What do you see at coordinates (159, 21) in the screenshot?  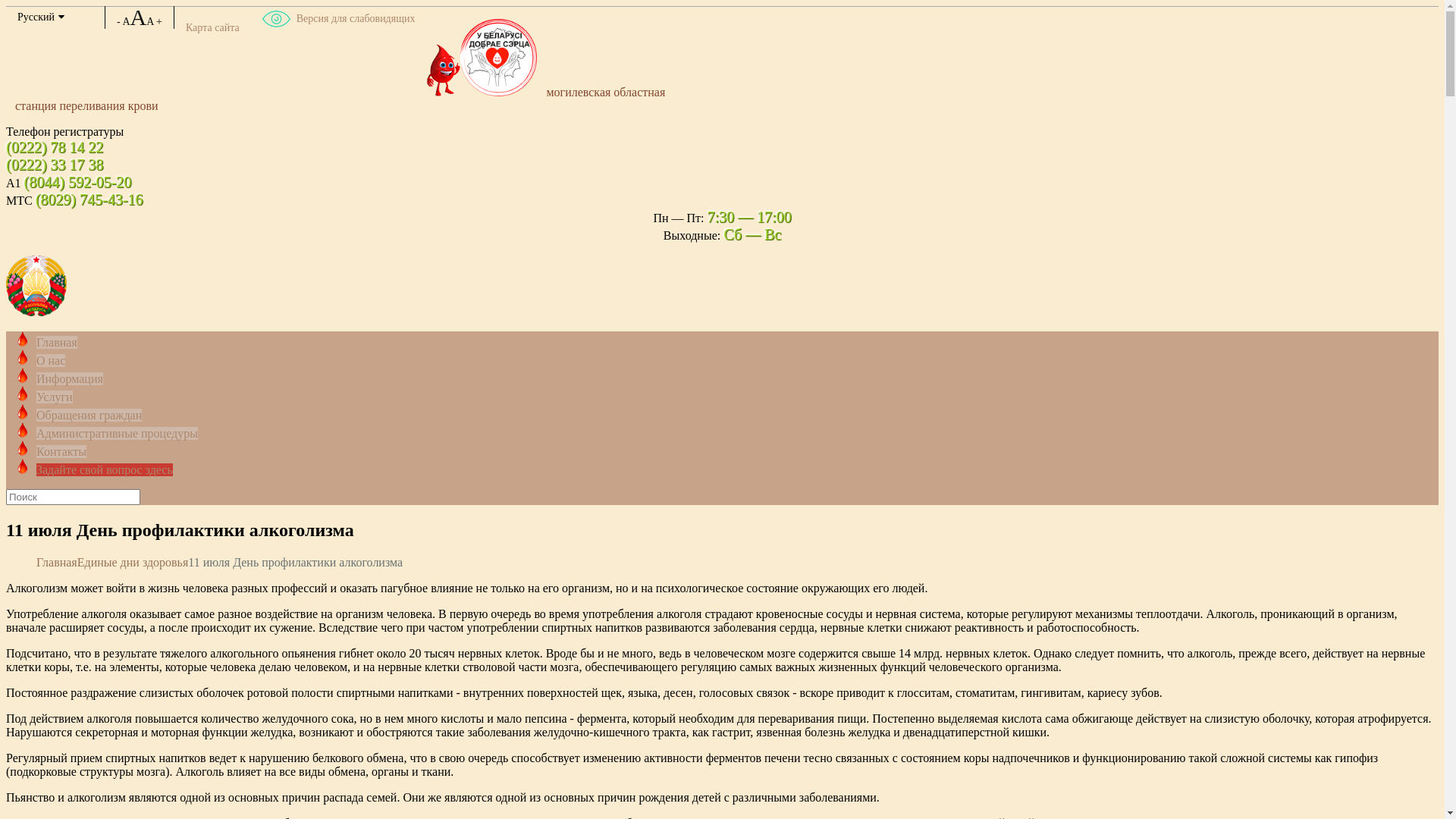 I see `'+'` at bounding box center [159, 21].